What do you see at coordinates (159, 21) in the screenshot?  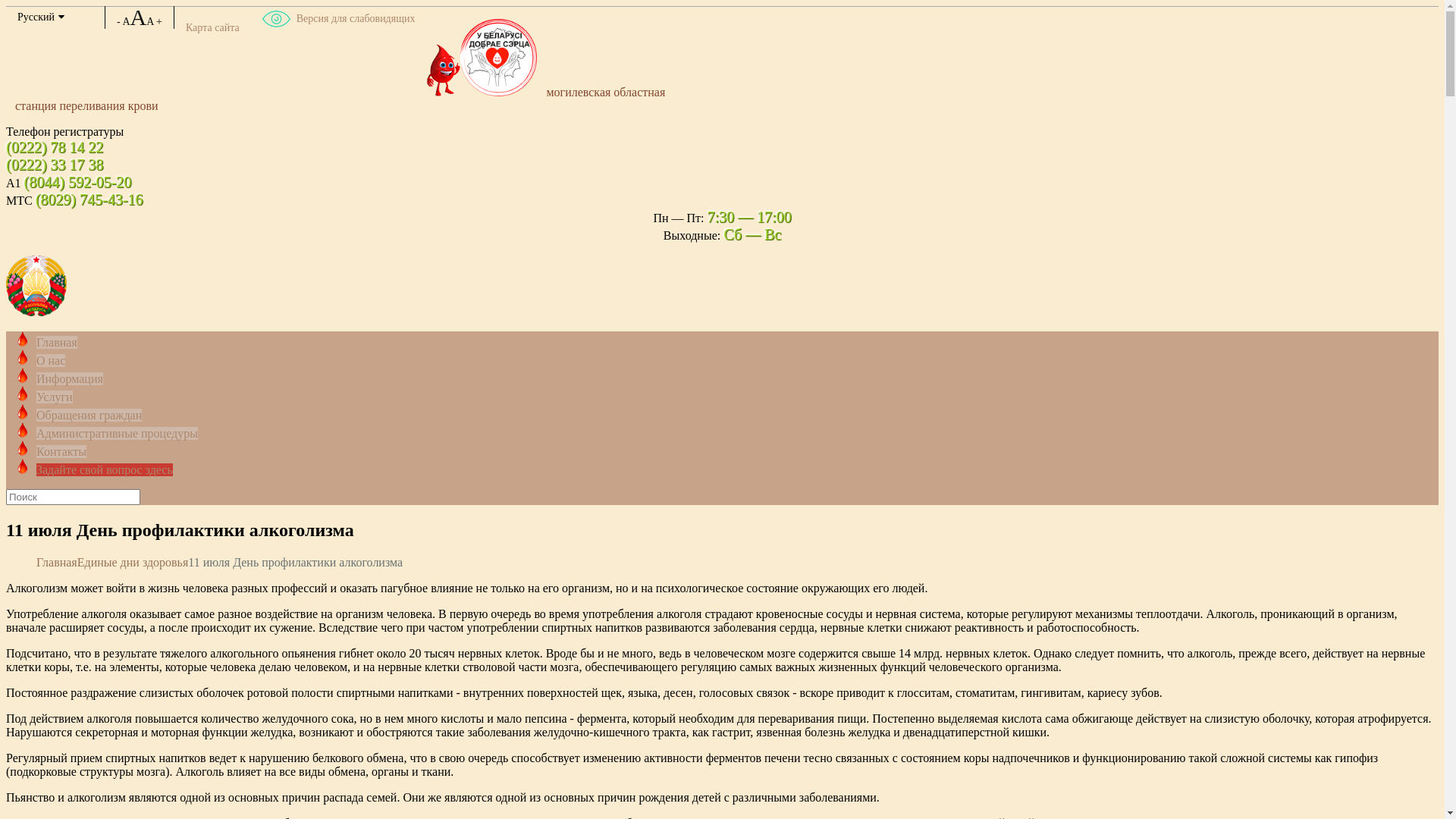 I see `'+'` at bounding box center [159, 21].